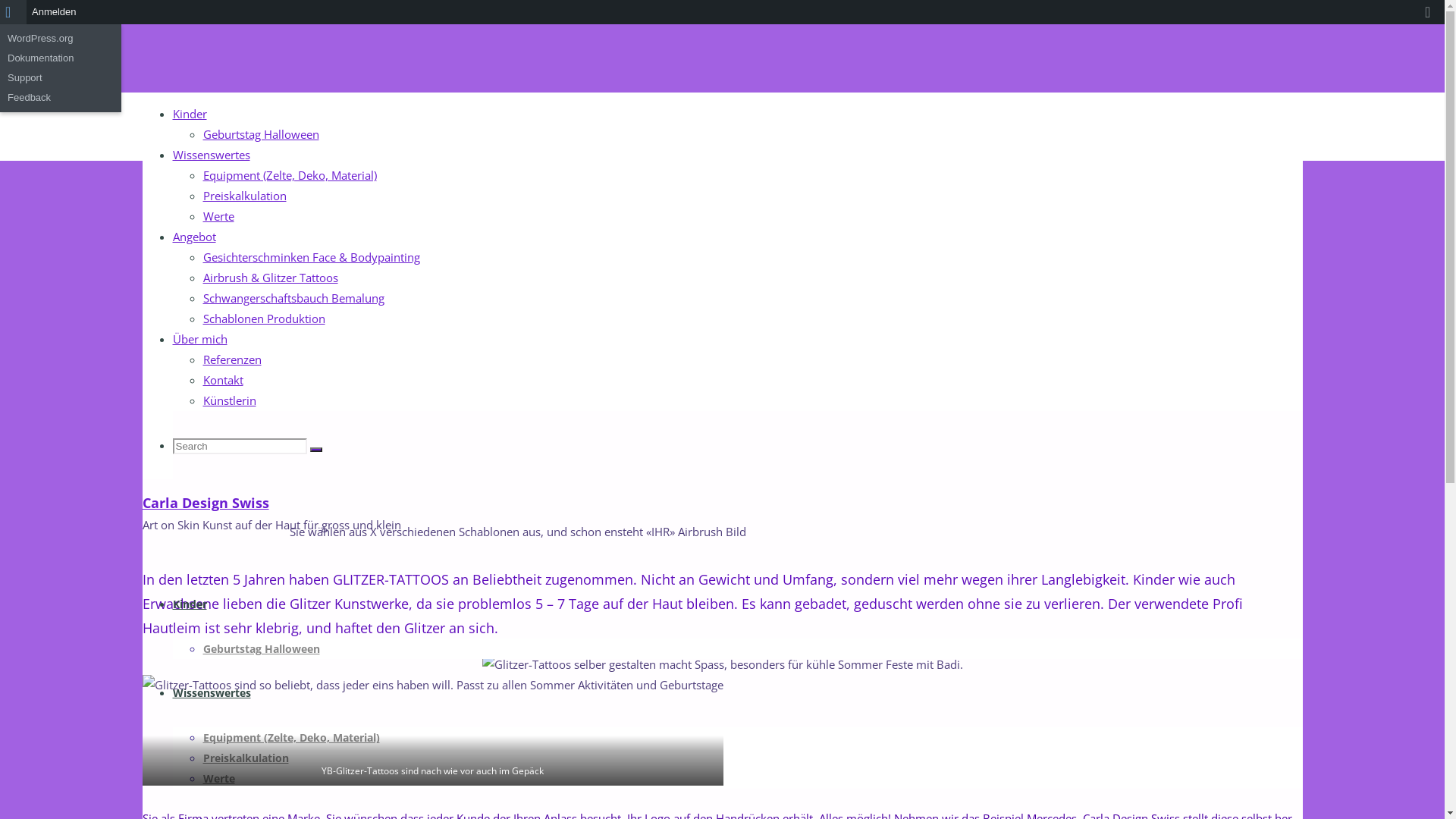 The height and width of the screenshot is (819, 1456). I want to click on 'Feedback', so click(61, 97).